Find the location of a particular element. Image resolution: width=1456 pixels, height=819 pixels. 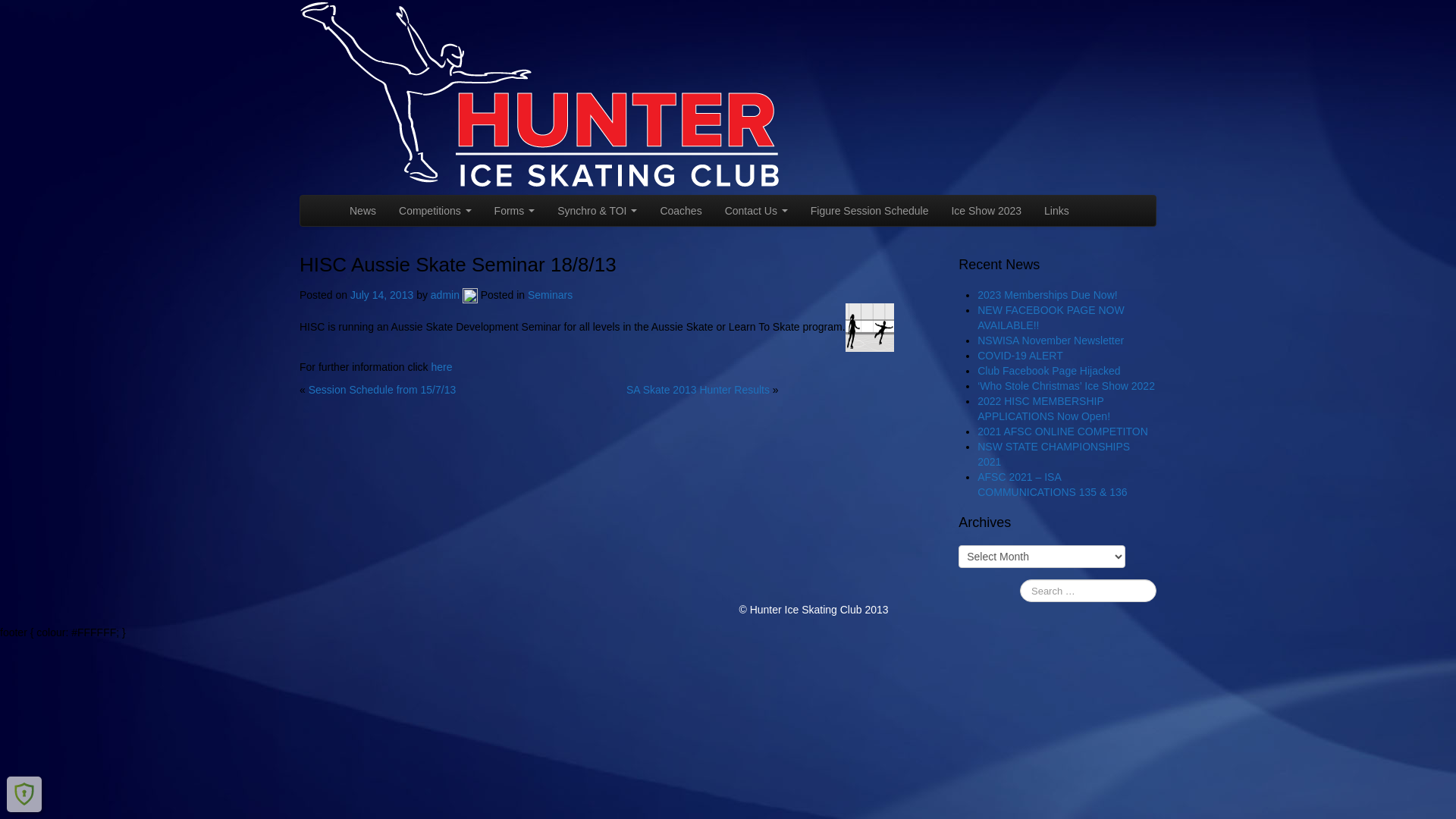

'ShieldPRO' is located at coordinates (24, 792).